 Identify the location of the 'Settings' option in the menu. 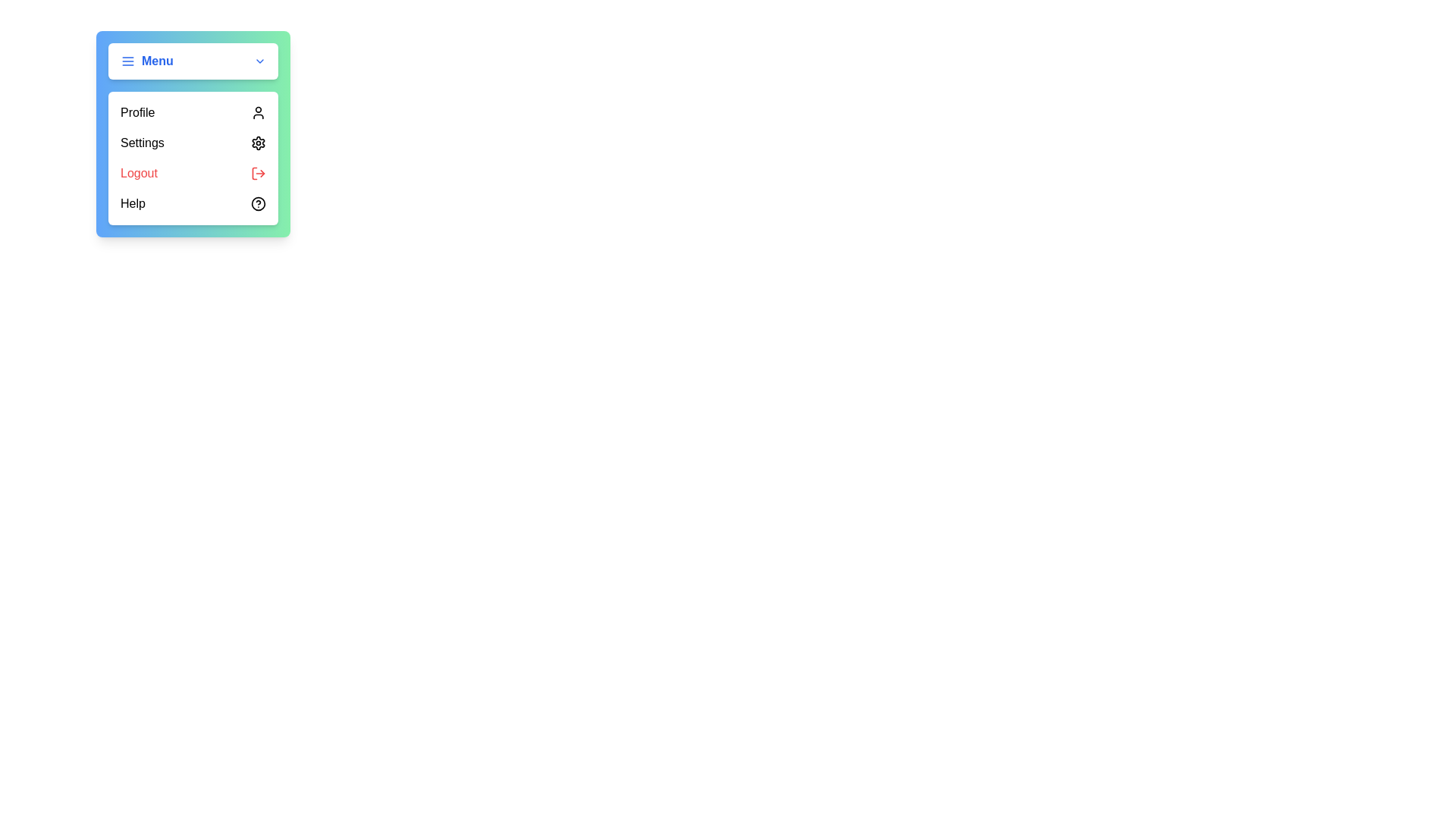
(192, 143).